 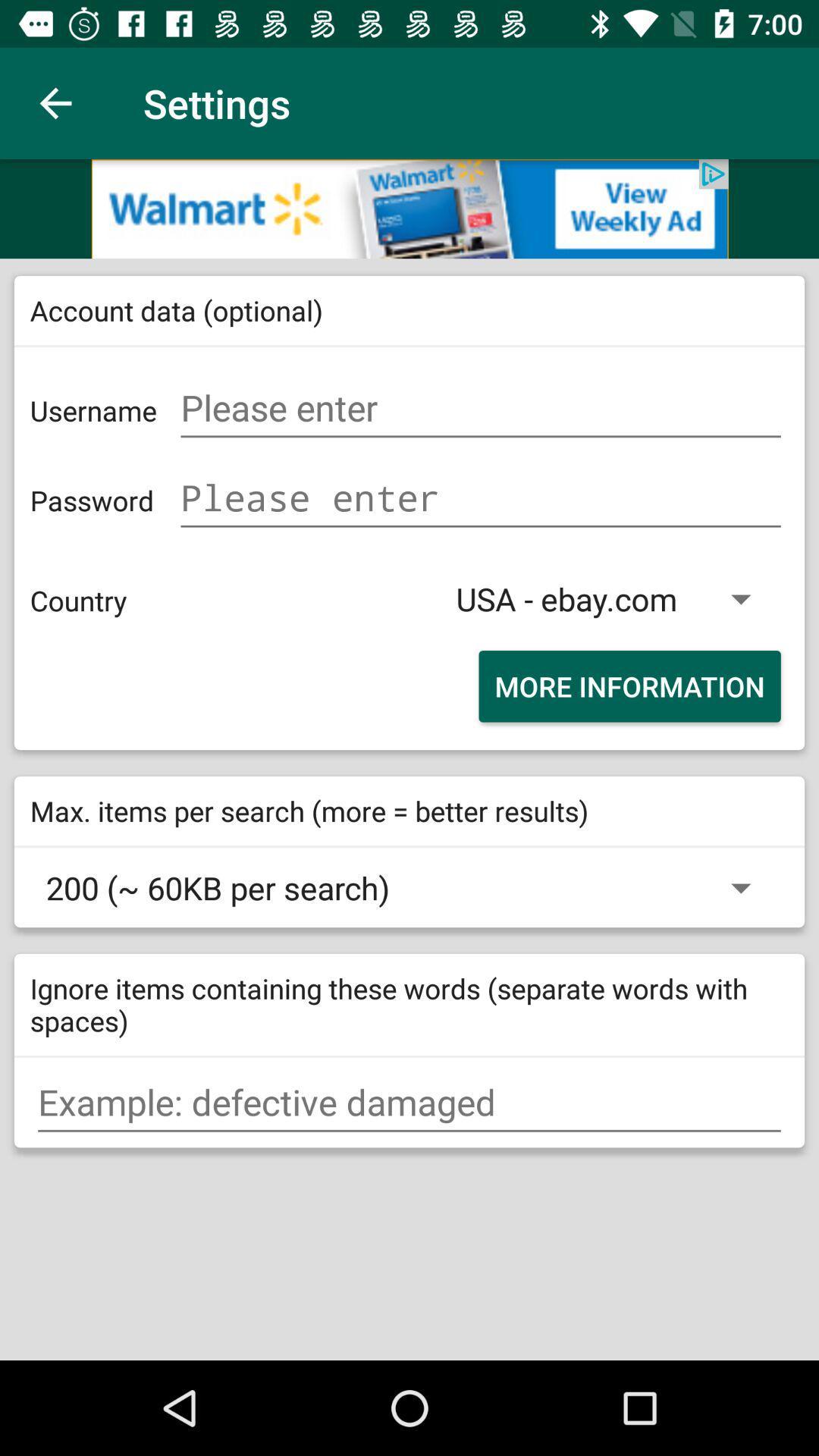 I want to click on typing box, so click(x=409, y=1103).